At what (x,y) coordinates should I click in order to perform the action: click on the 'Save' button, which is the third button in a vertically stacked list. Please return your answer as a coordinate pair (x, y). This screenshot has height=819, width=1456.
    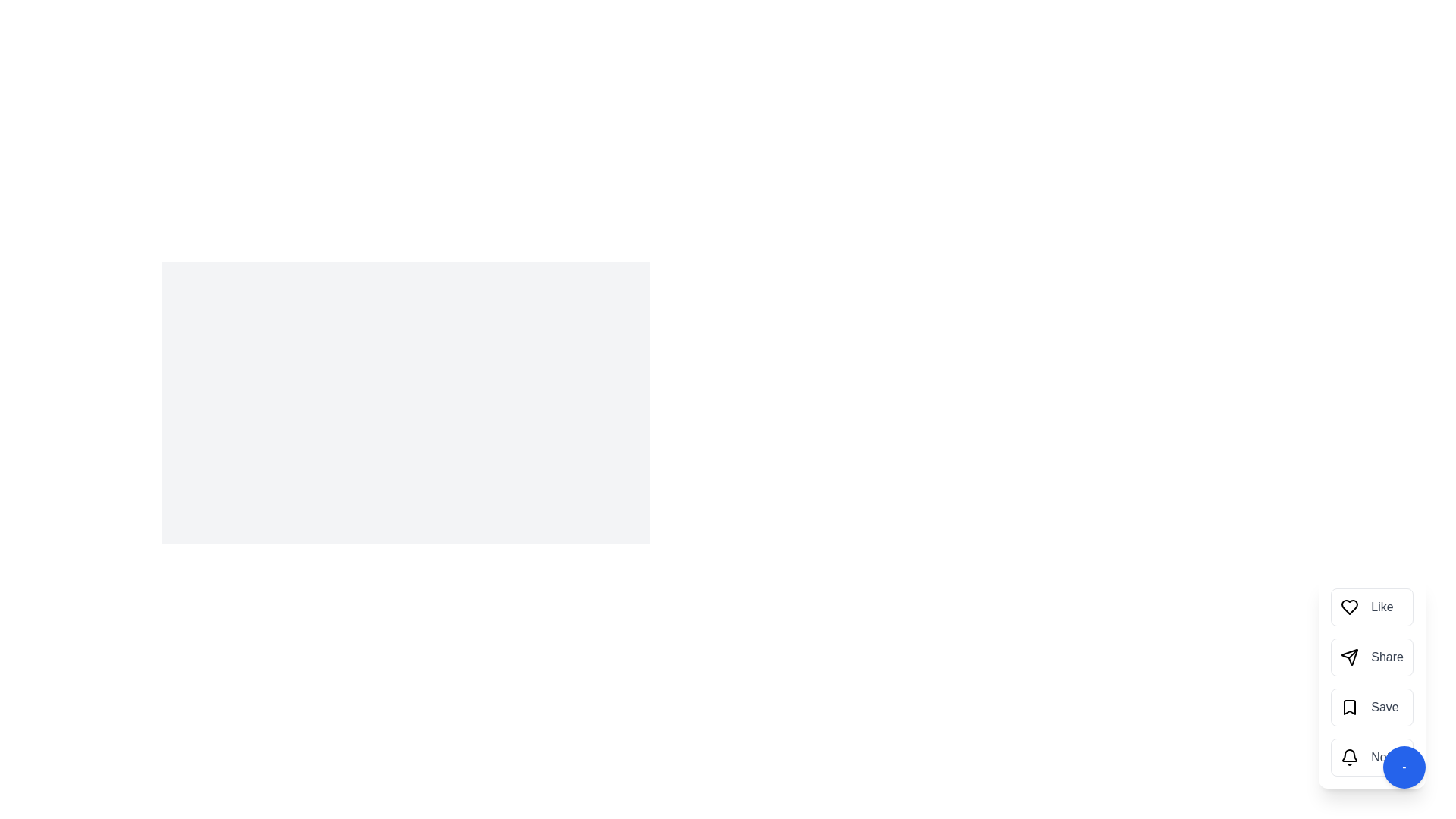
    Looking at the image, I should click on (1372, 708).